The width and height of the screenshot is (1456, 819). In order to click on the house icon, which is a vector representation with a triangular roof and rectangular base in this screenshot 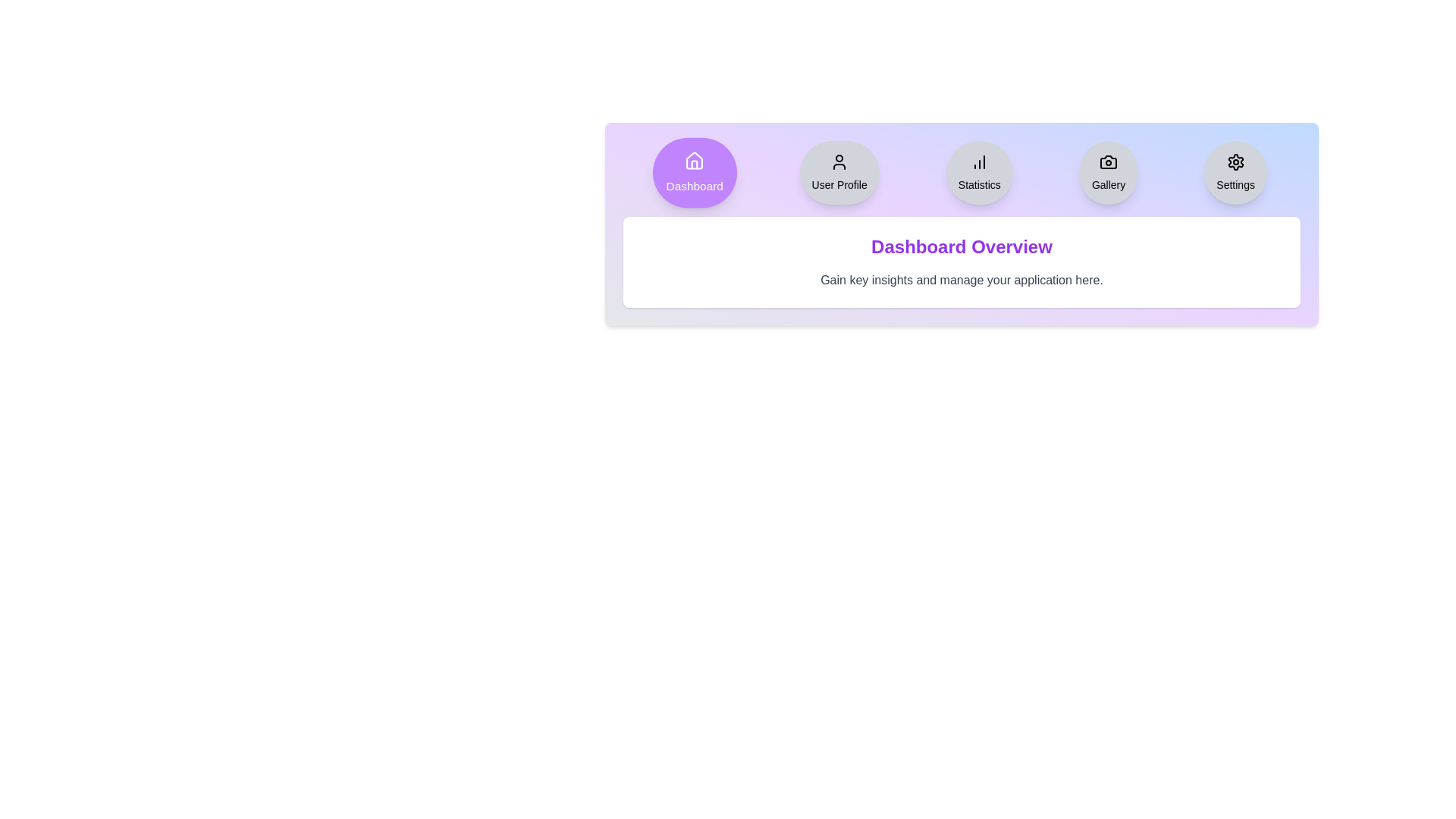, I will do `click(694, 161)`.